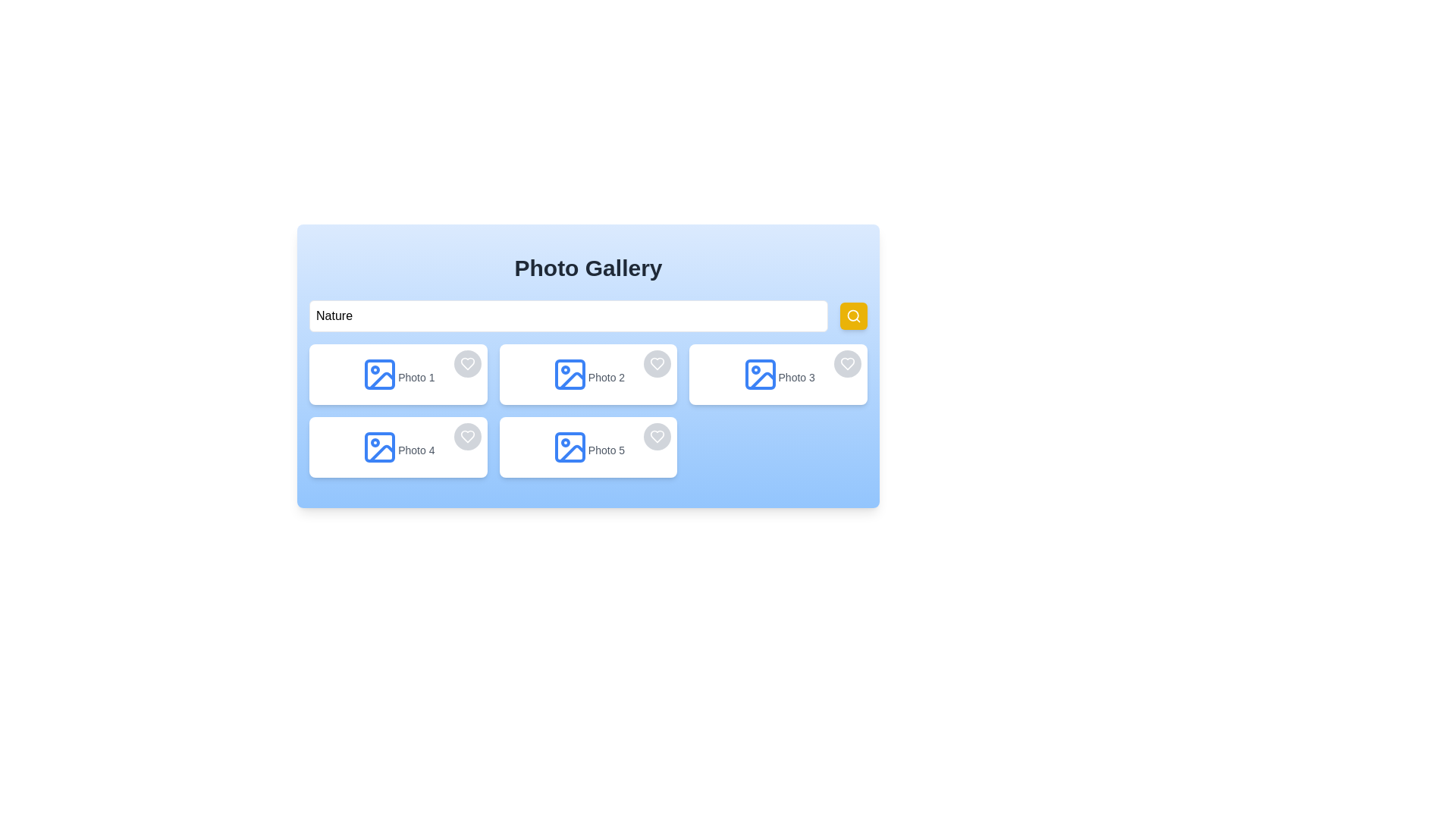 The height and width of the screenshot is (819, 1456). Describe the element at coordinates (569, 447) in the screenshot. I see `the SVG rectangular component that visually represents a photograph or placeholder, located in the fifth item of the gallery grid, second row and third column` at that location.